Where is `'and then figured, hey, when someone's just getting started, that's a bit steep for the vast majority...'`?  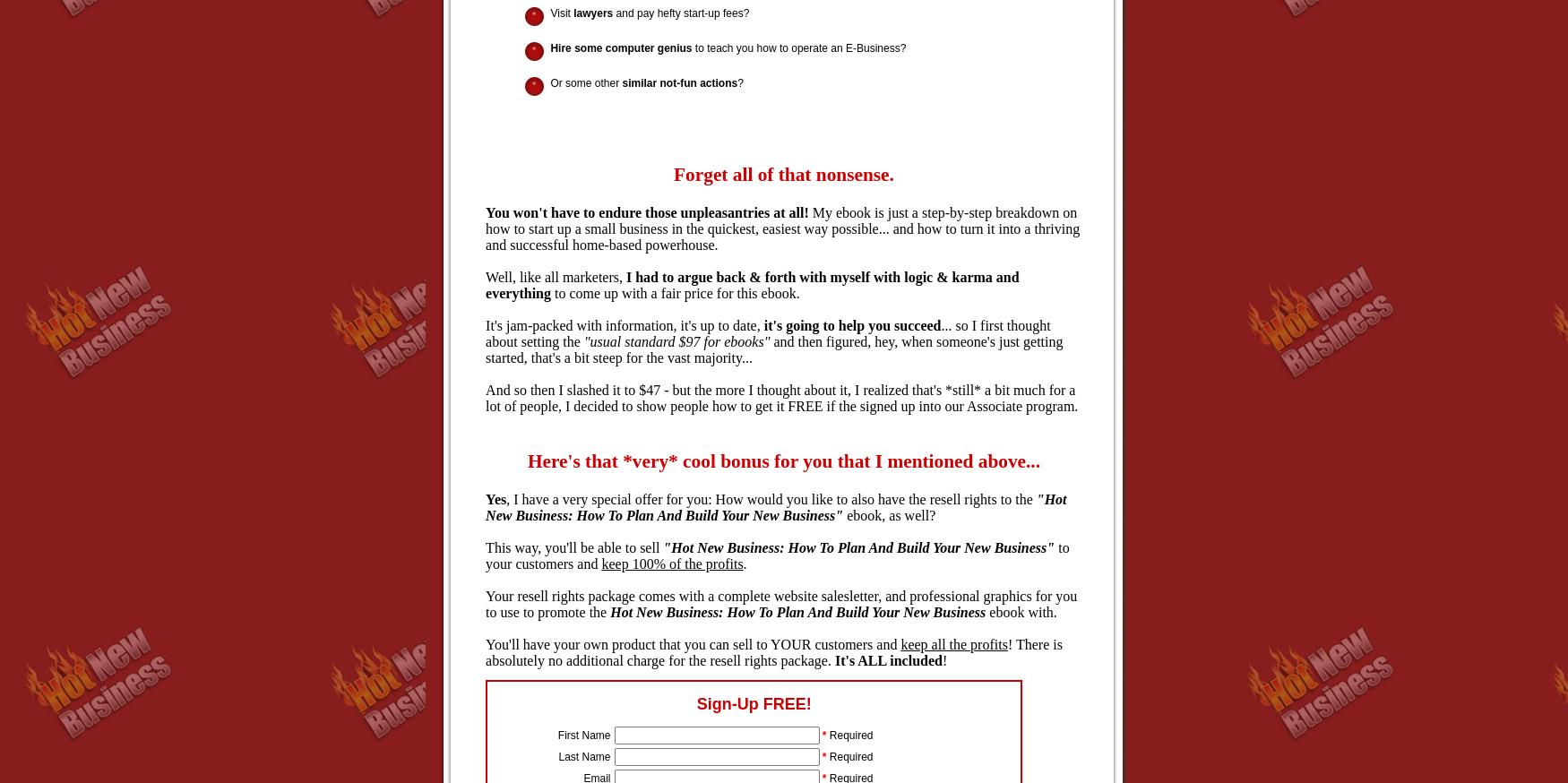
'and then figured, hey, when someone's just getting started, that's a bit steep for the vast majority...' is located at coordinates (773, 349).